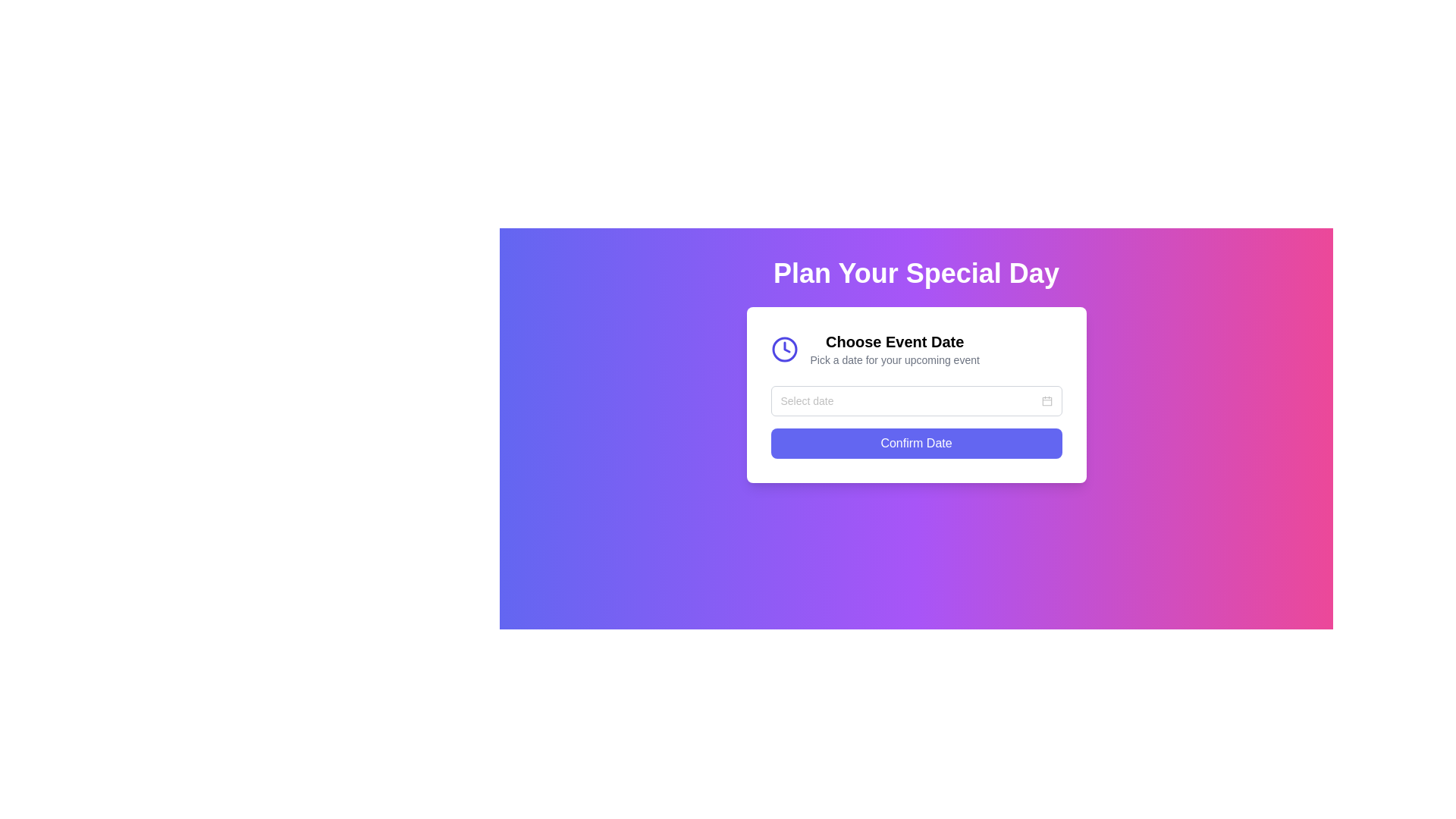 This screenshot has width=1456, height=819. What do you see at coordinates (915, 350) in the screenshot?
I see `the informational text block with an icon located under the title 'Plan Your Special Day', which provides guidance for choosing a date for an event` at bounding box center [915, 350].